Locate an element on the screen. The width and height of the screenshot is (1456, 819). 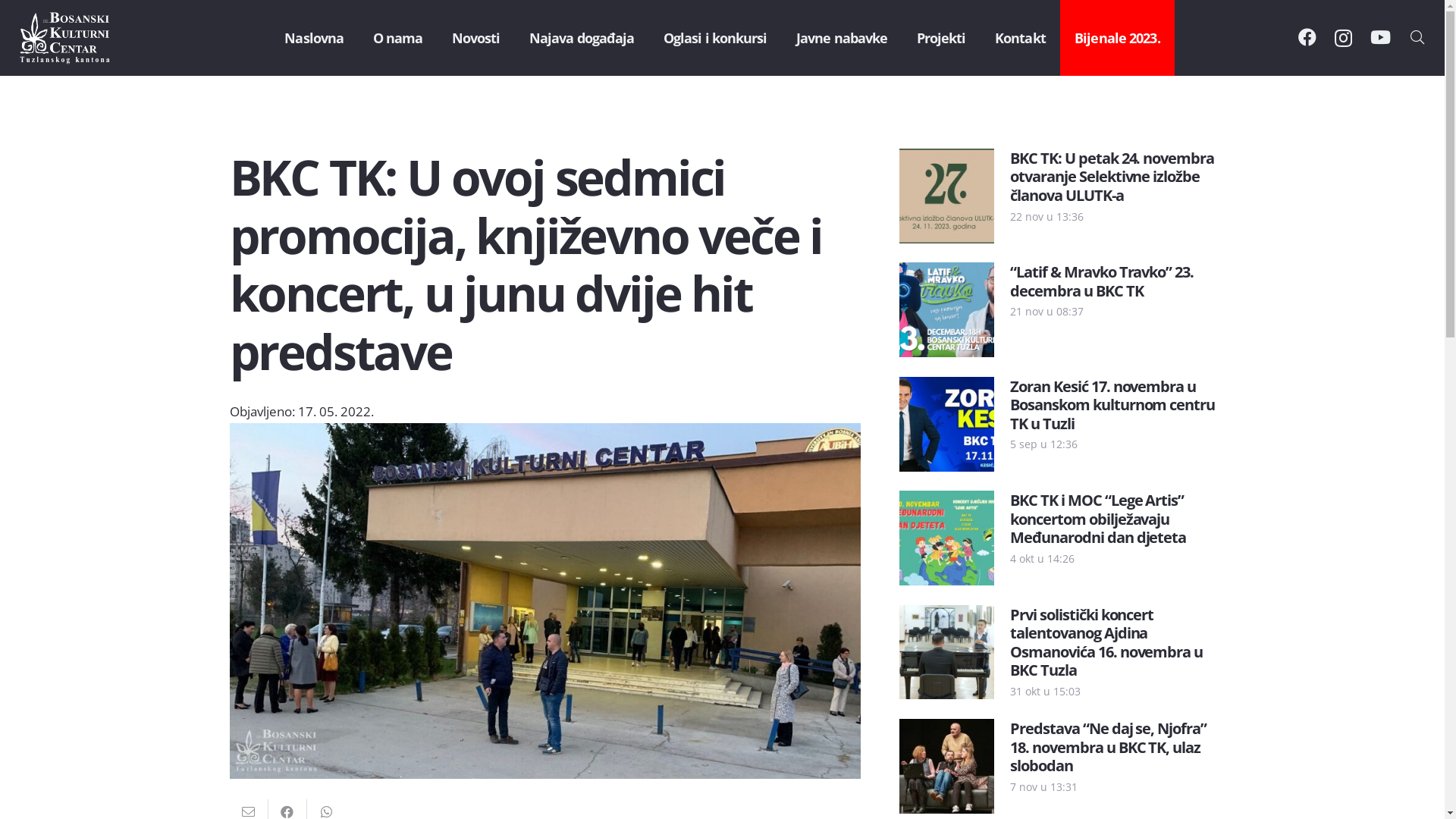
'Instagram' is located at coordinates (1343, 37).